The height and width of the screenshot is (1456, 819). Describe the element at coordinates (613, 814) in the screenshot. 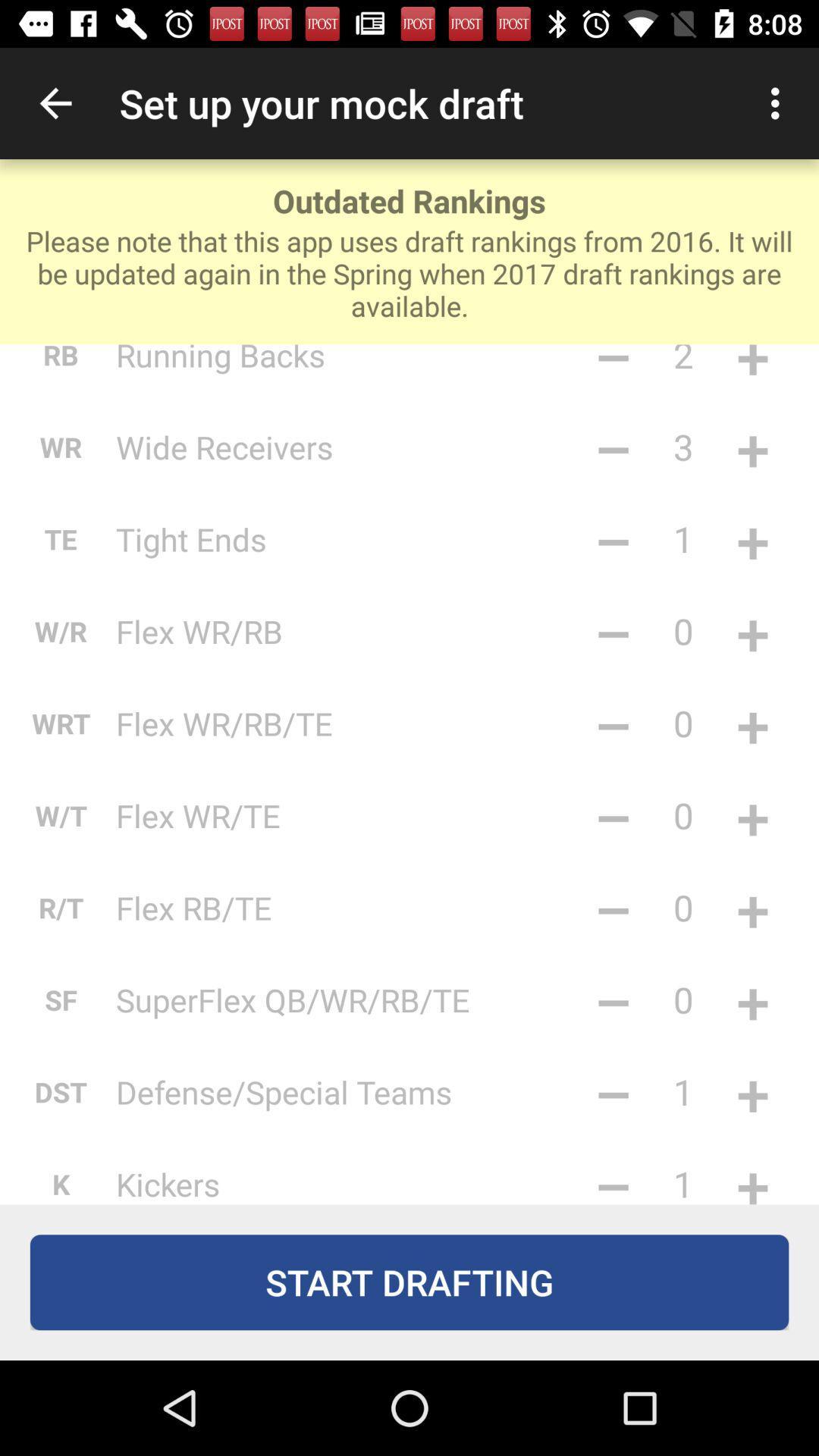

I see `the icon to the right of flex wr/te icon` at that location.